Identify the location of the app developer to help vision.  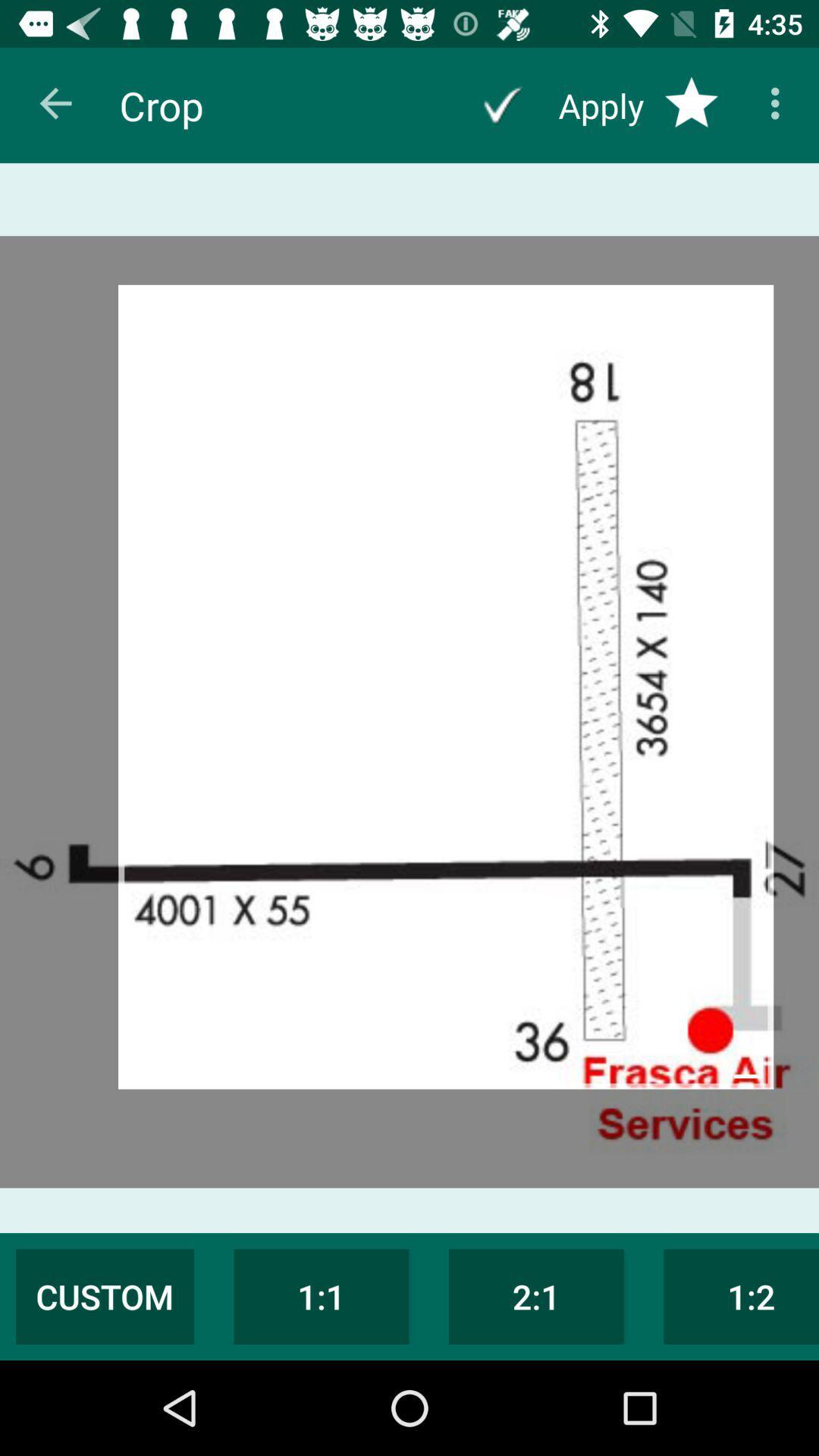
(502, 105).